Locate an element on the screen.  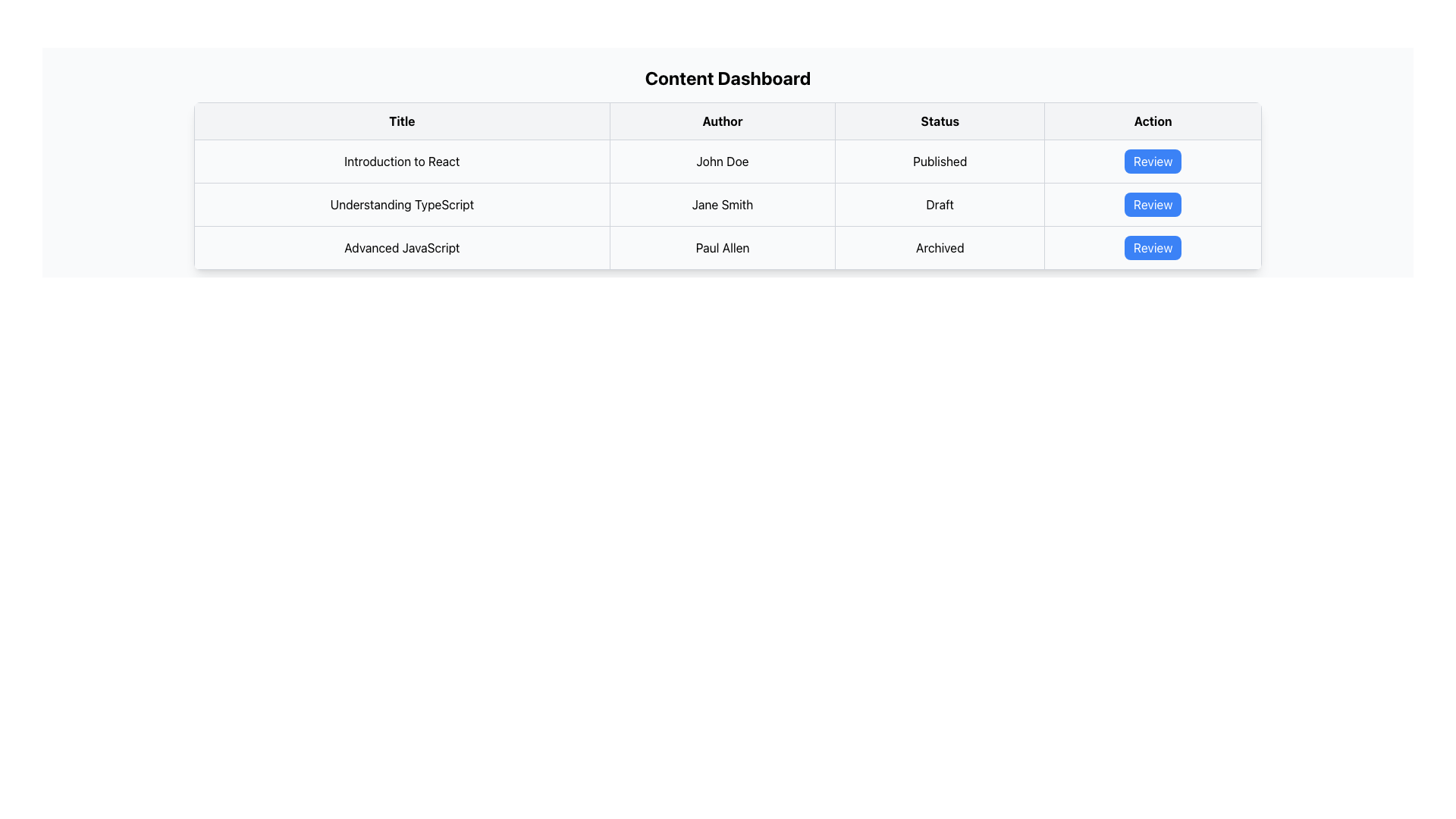
the text label displaying 'Draft' in the 'Status' column for the row associated with 'Understanding TypeScript' and 'Jane Smith' is located at coordinates (939, 205).